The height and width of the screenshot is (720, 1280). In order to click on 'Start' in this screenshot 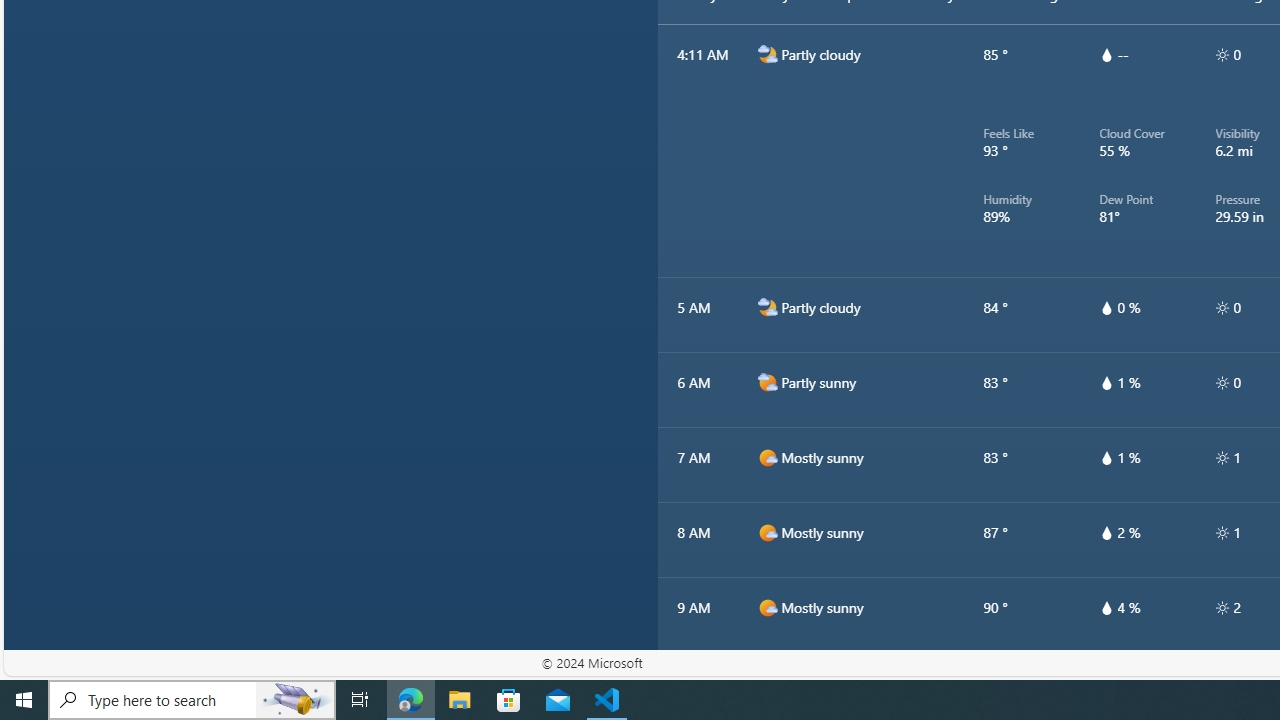, I will do `click(24, 698)`.